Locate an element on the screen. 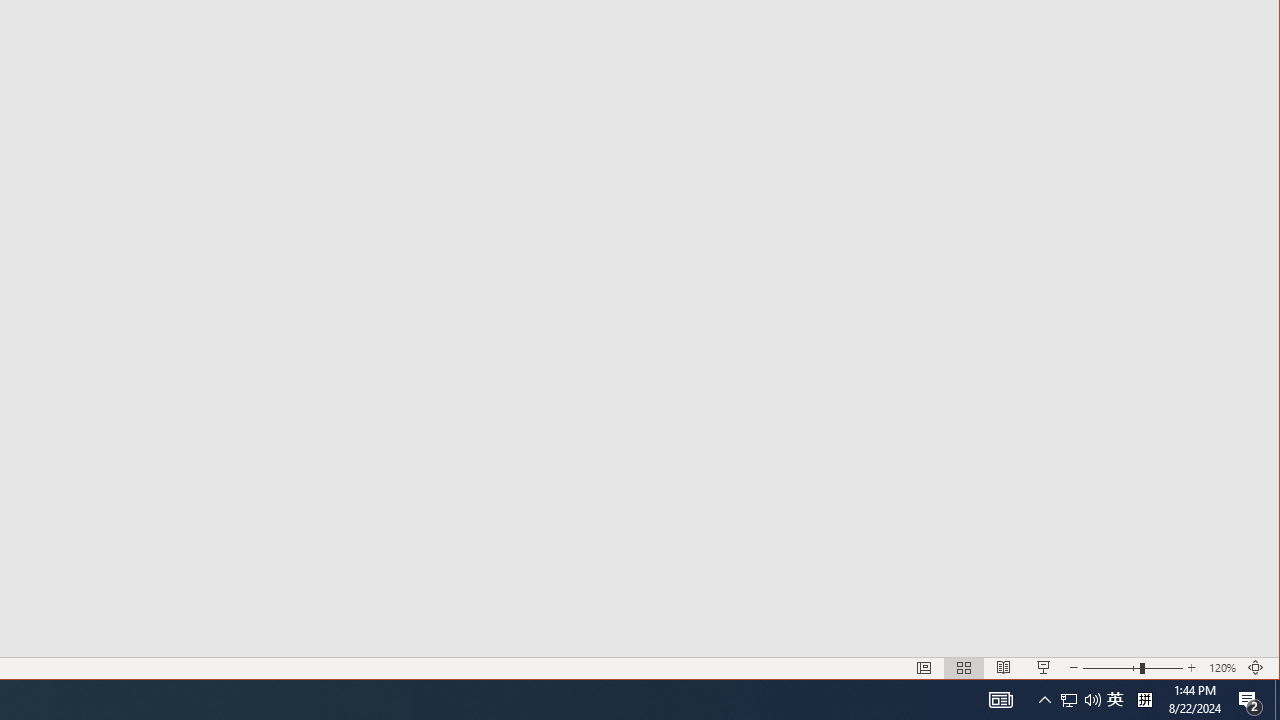 The image size is (1280, 720). 'Q2790: 100%' is located at coordinates (1092, 698).